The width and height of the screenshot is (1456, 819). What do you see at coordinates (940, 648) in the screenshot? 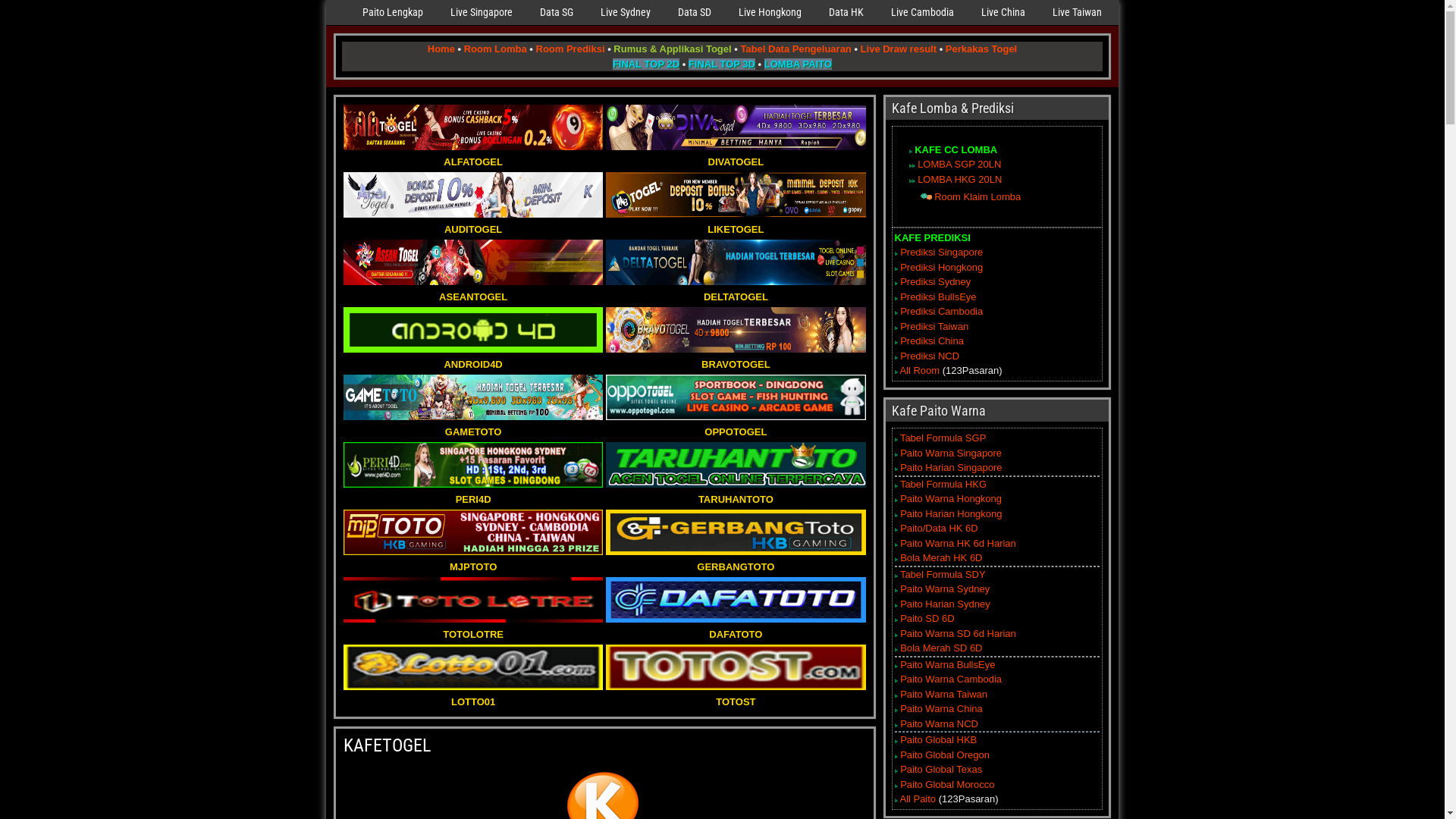
I see `'Bola Merah SD 6D'` at bounding box center [940, 648].